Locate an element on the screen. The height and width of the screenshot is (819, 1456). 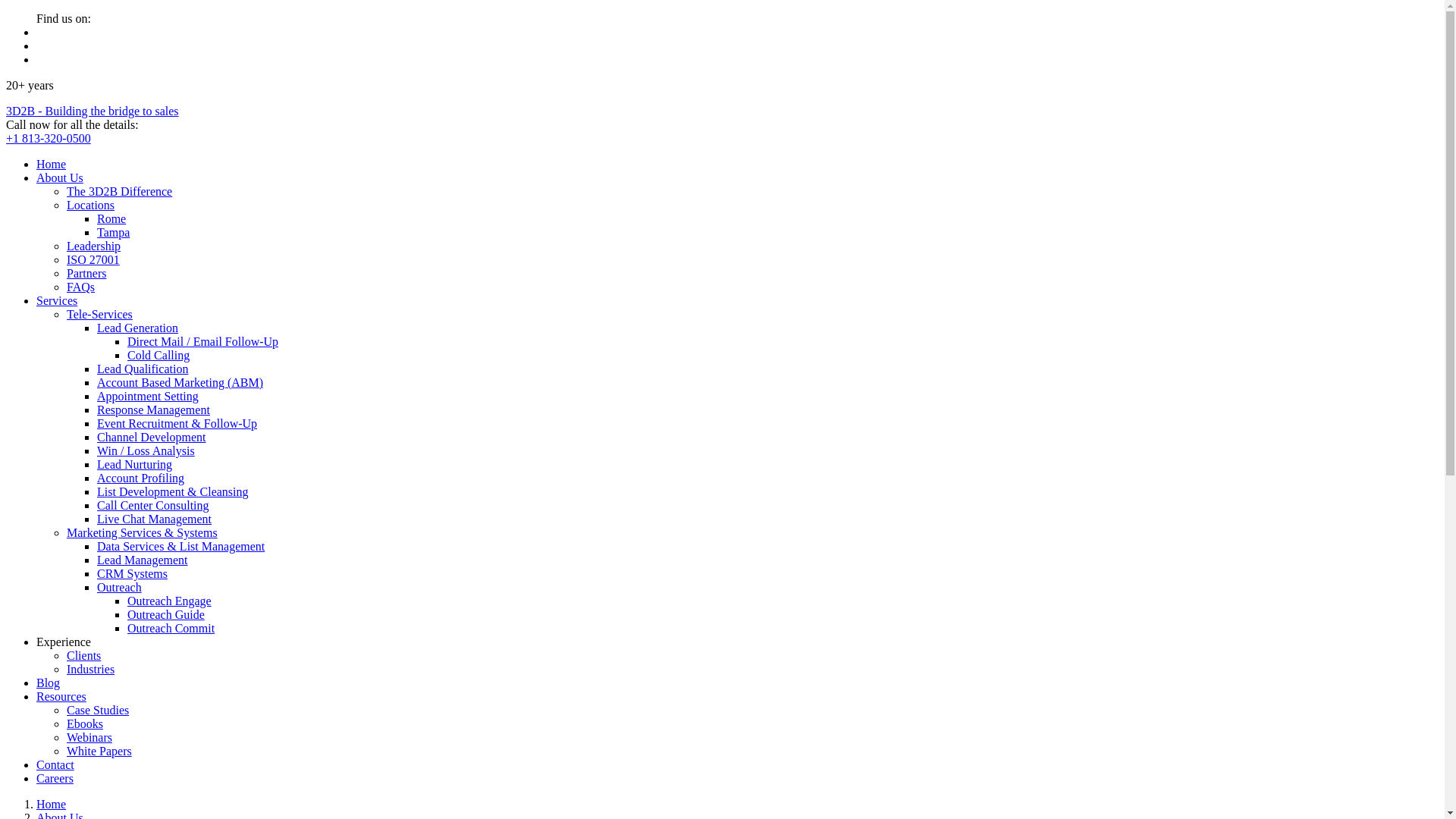
'Contact' is located at coordinates (55, 764).